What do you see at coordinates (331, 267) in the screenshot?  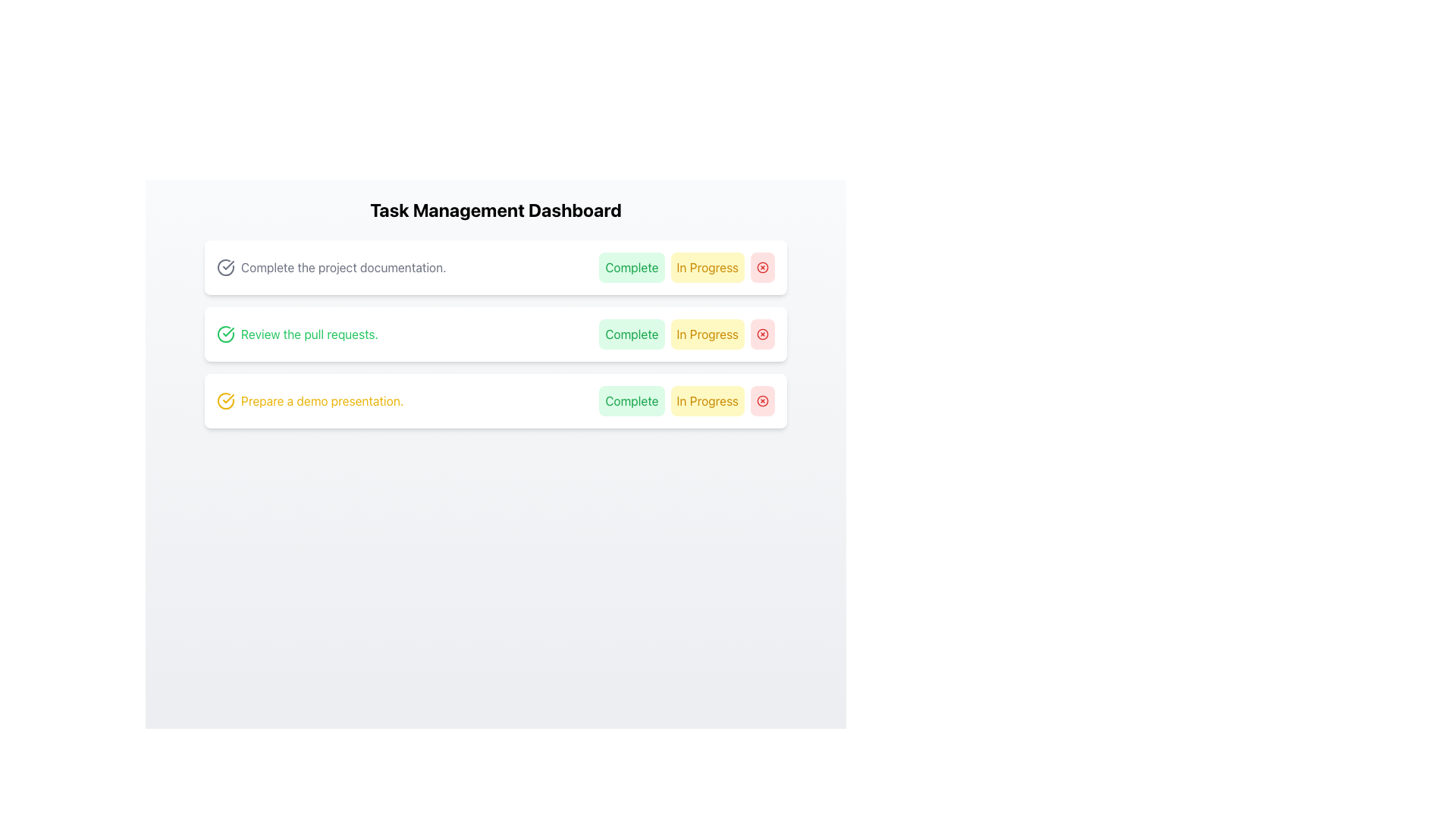 I see `the task title text with icon located in the first task card at the top of the task list` at bounding box center [331, 267].